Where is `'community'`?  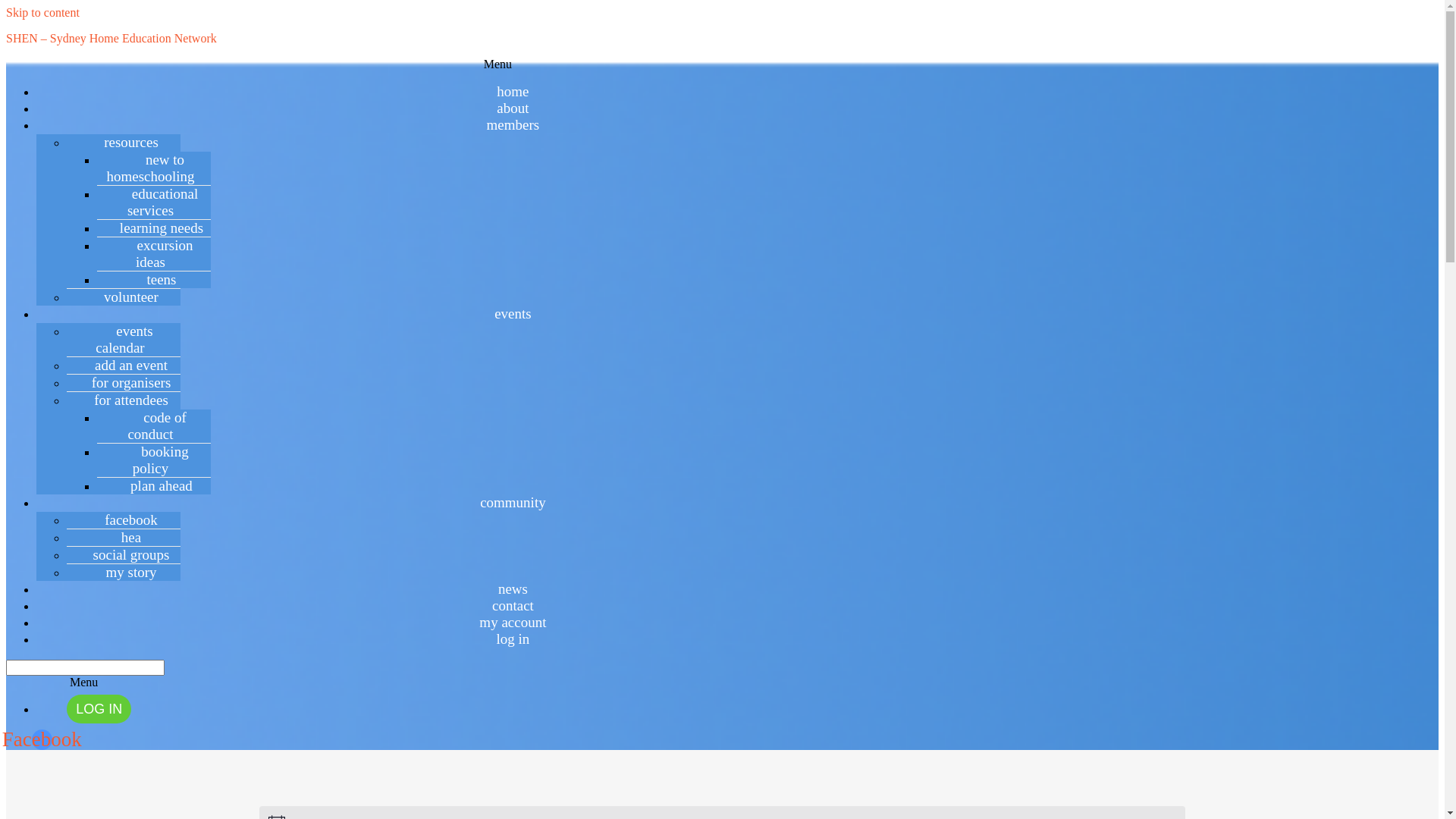 'community' is located at coordinates (513, 502).